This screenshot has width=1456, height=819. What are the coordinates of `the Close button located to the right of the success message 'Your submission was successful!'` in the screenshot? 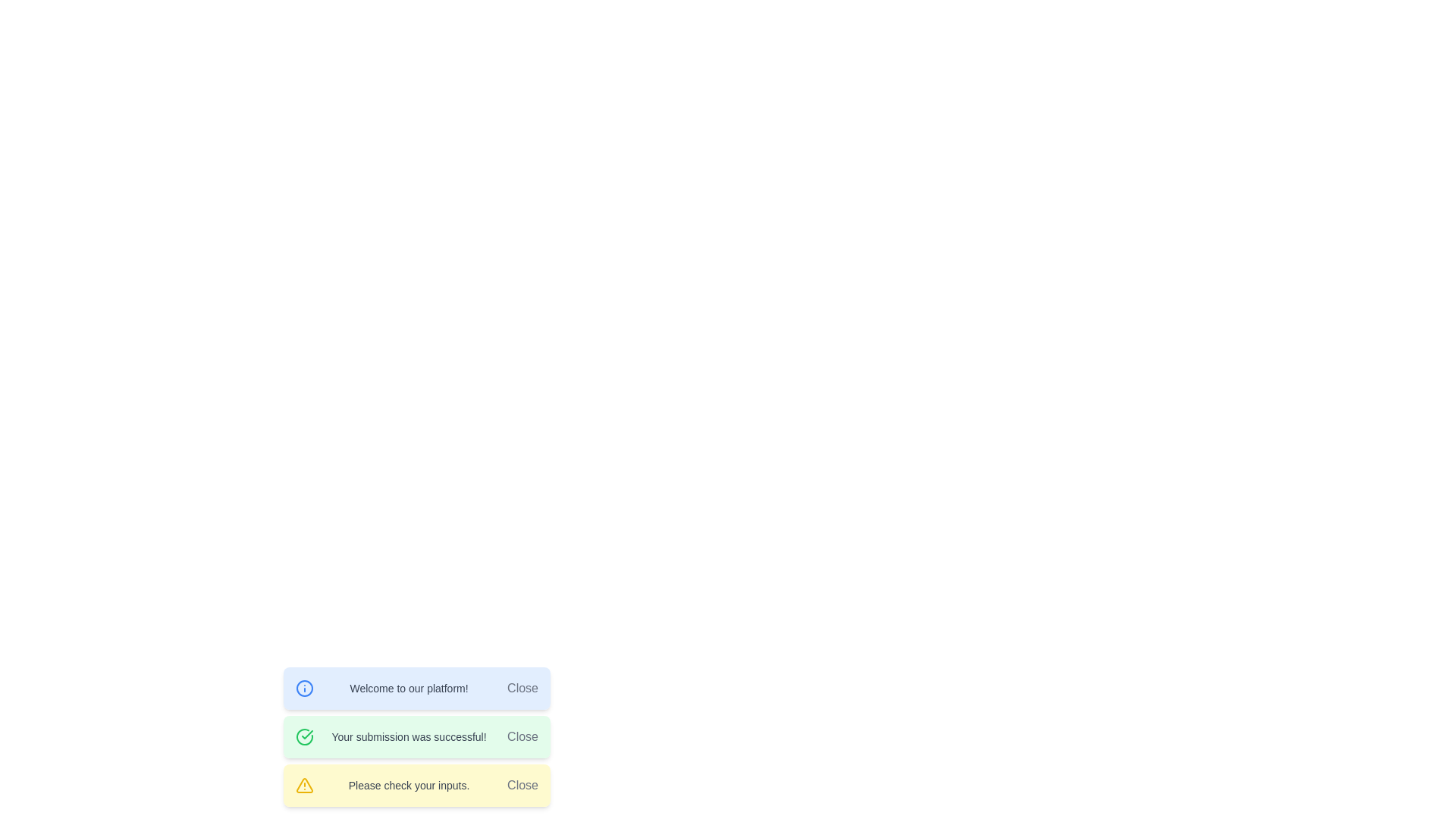 It's located at (522, 736).